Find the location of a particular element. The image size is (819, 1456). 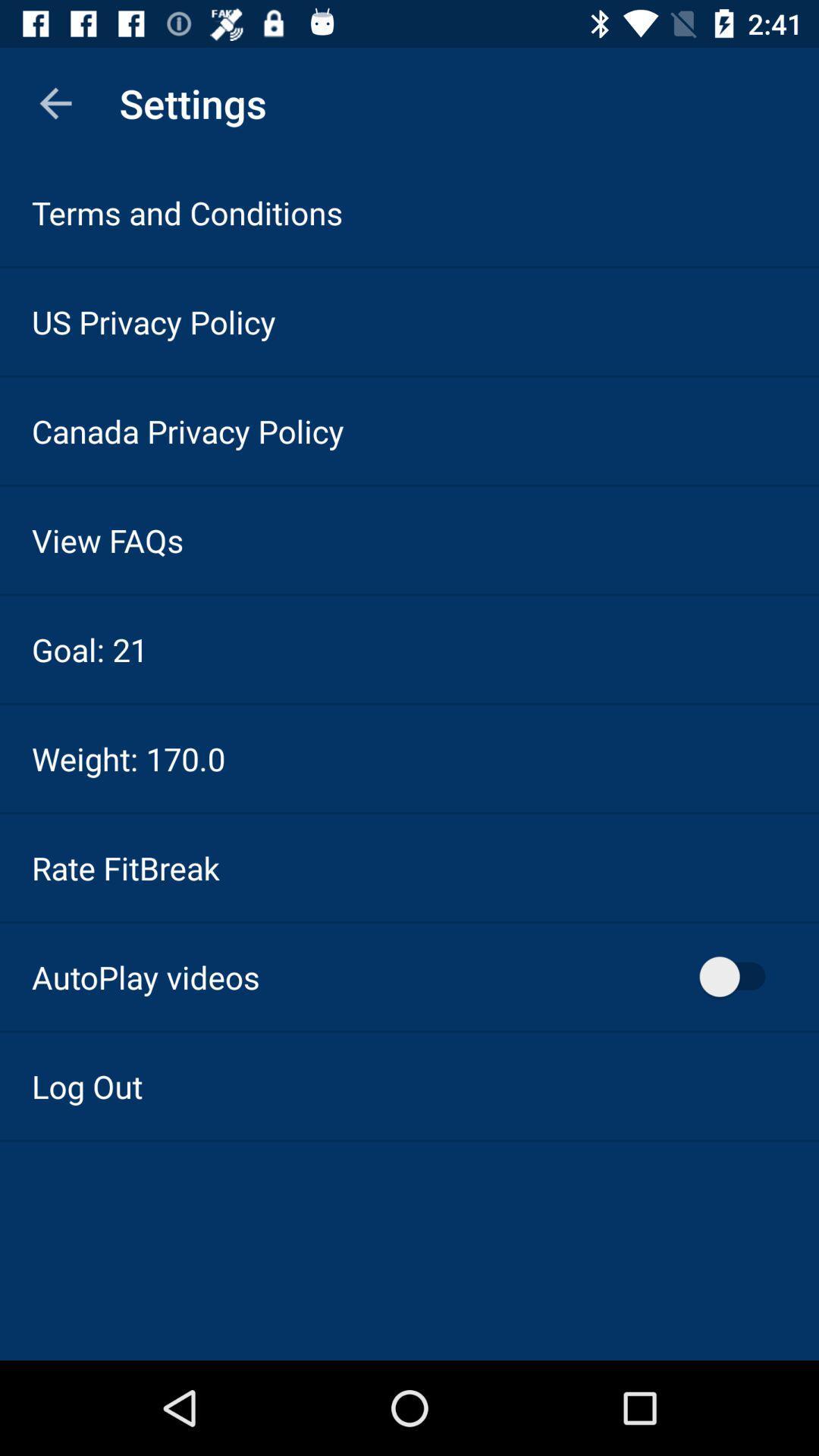

the icon below weight: 170.0 icon is located at coordinates (124, 868).